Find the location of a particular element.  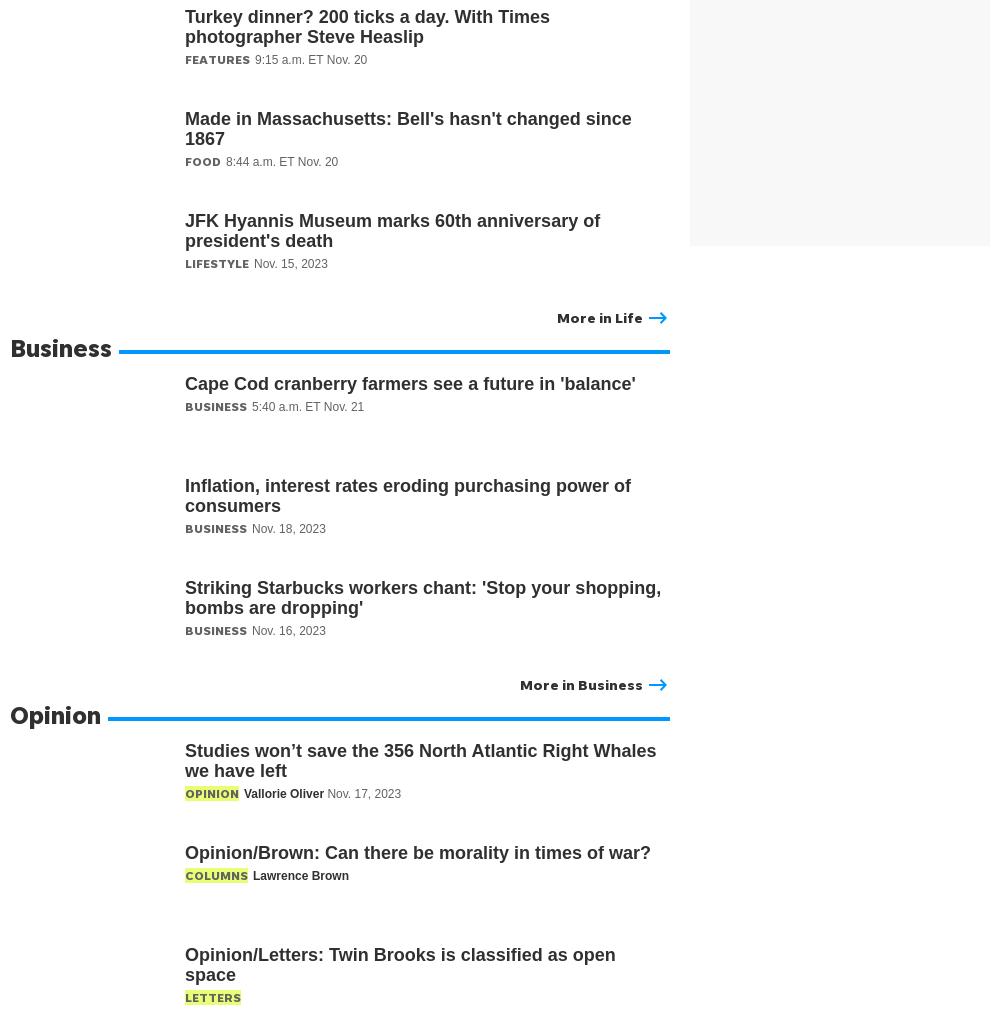

'Vallorie Oliver' is located at coordinates (285, 793).